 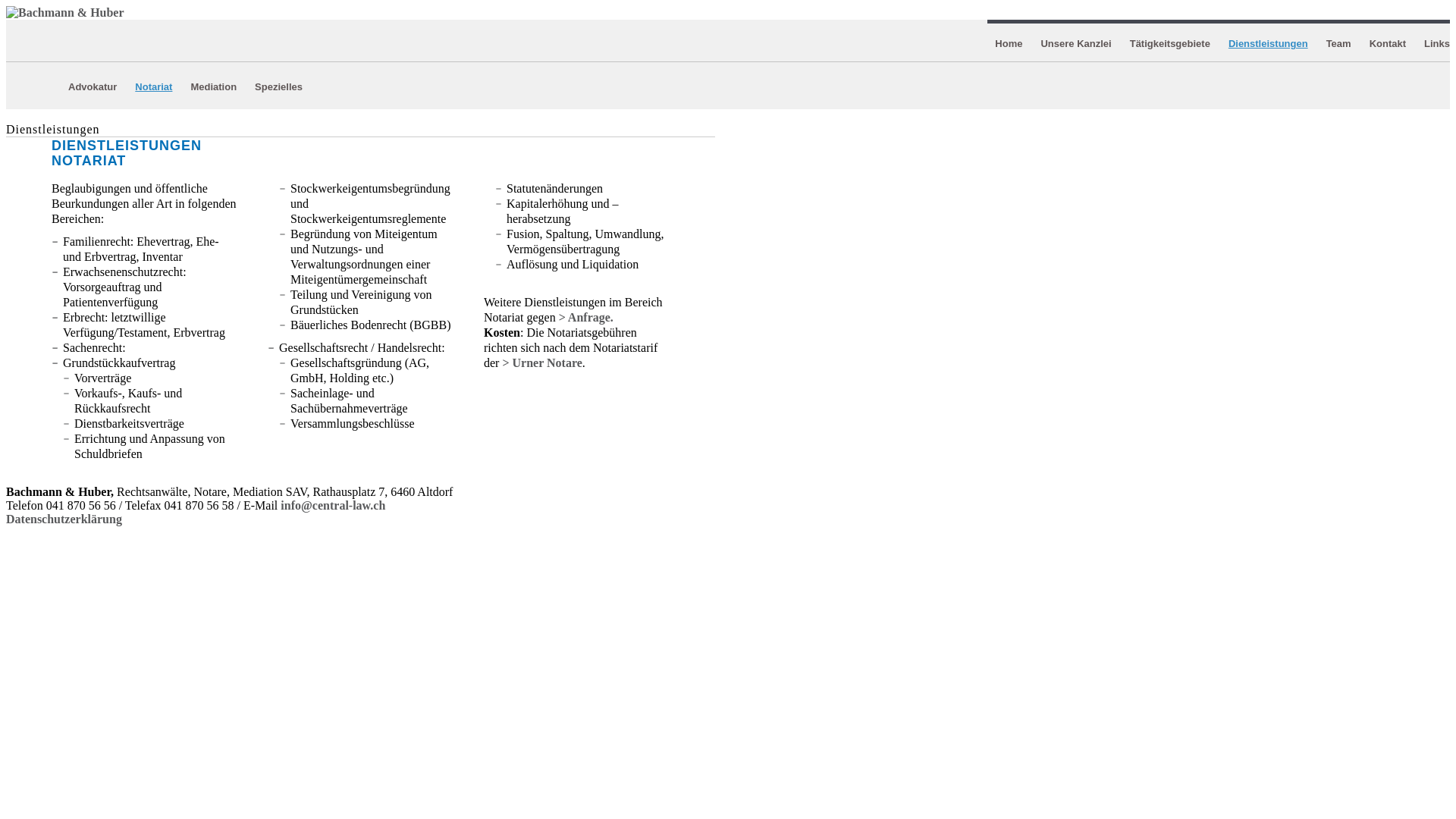 What do you see at coordinates (189, 86) in the screenshot?
I see `'Mediation'` at bounding box center [189, 86].